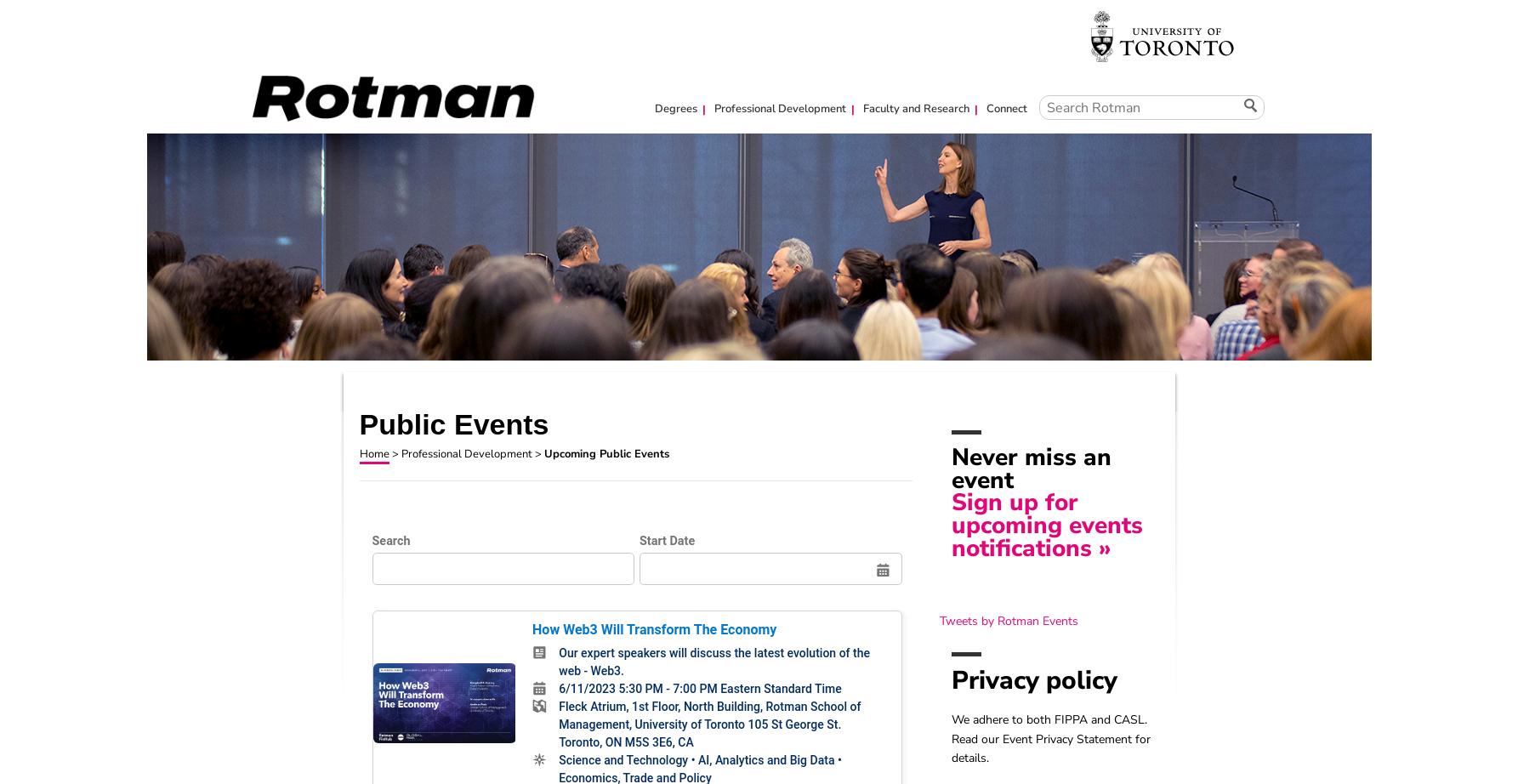 The image size is (1518, 784). I want to click on 'Tweets by Rotman Events', so click(1007, 619).